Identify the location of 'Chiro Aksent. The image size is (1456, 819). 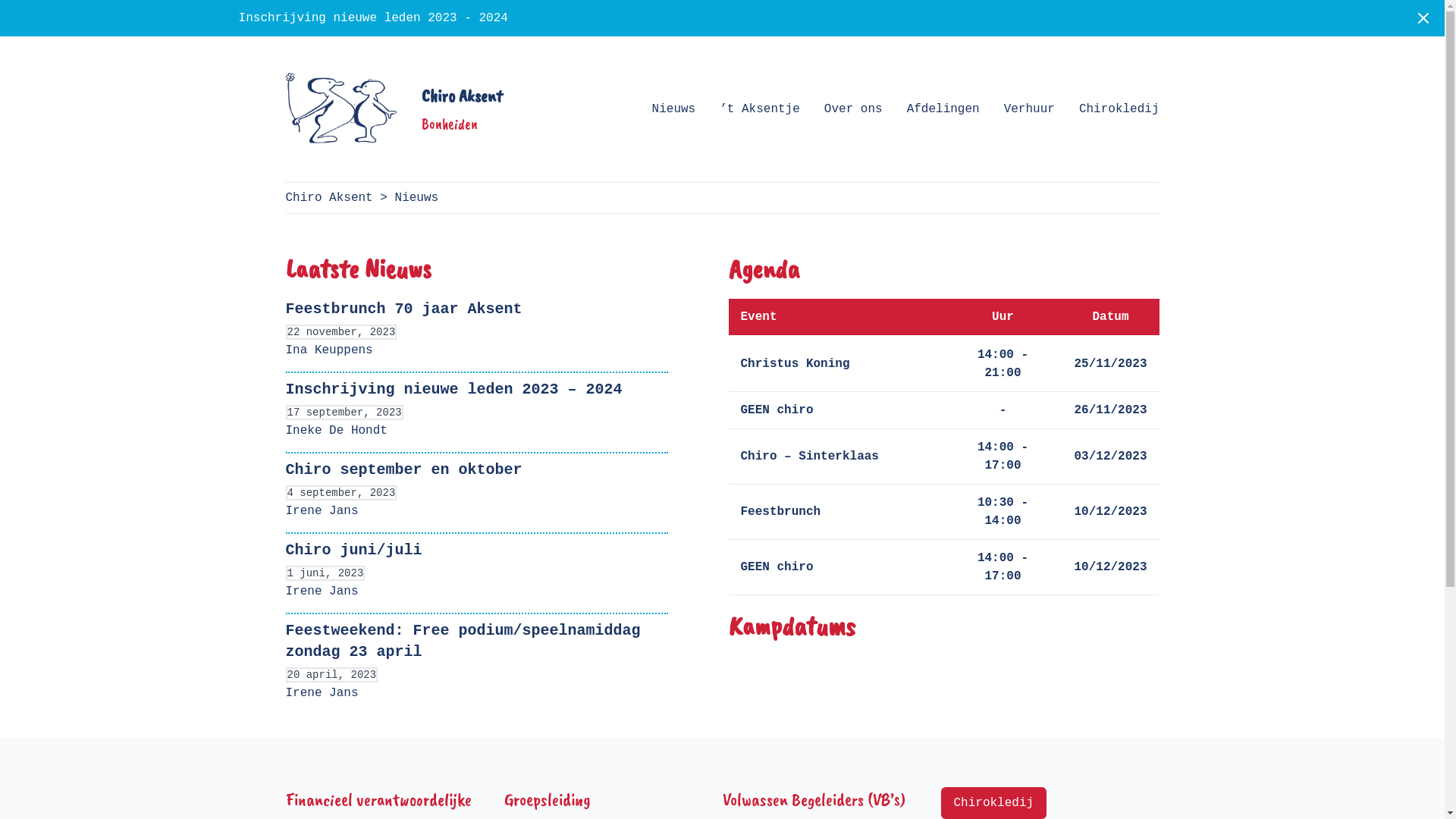
(393, 108).